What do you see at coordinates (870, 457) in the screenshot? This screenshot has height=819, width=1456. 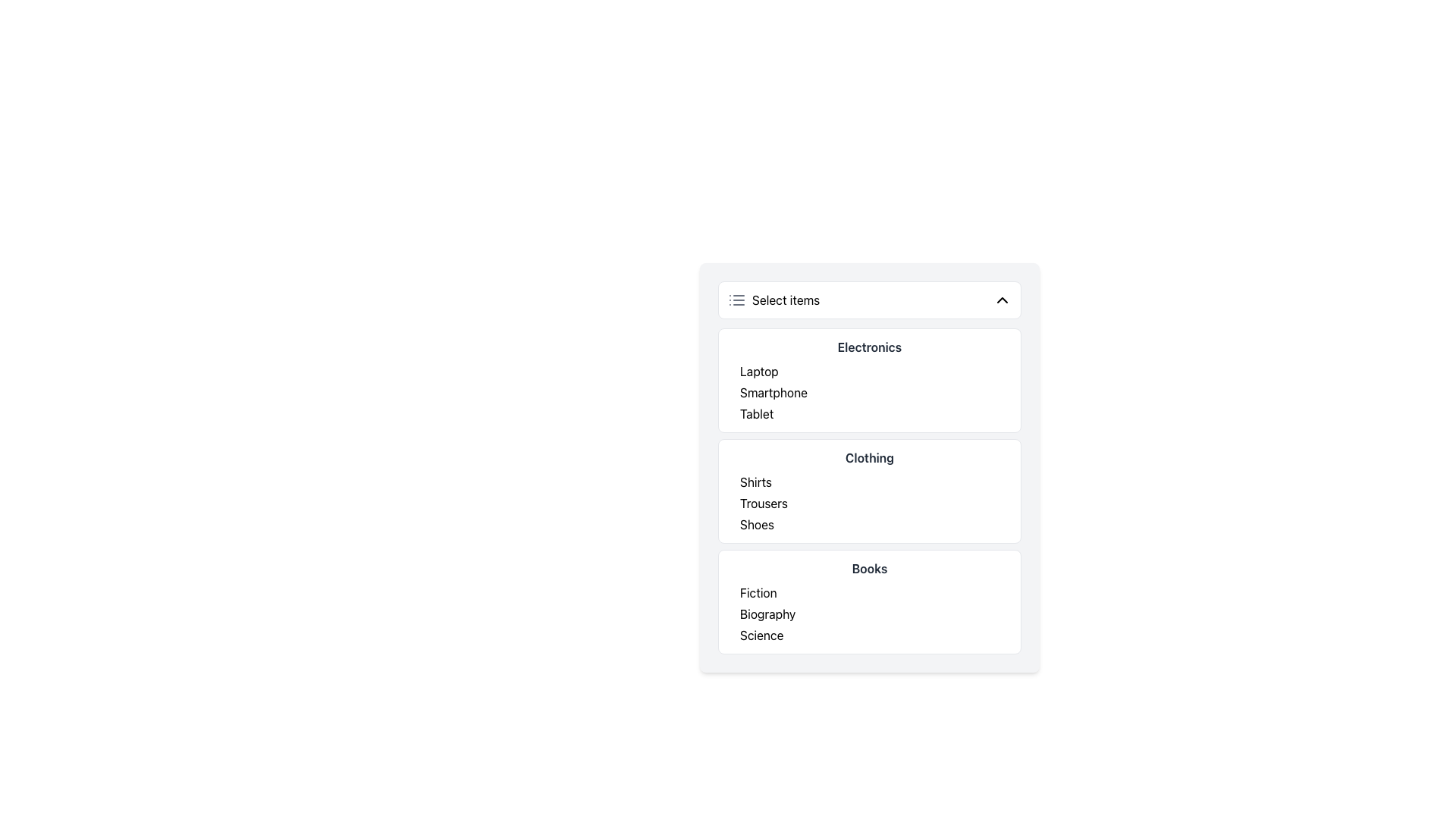 I see `the 'Clothing' text label, which serves as a non-interactive title for the clothing section located in the middle white box between 'Electronics' and 'Books'` at bounding box center [870, 457].